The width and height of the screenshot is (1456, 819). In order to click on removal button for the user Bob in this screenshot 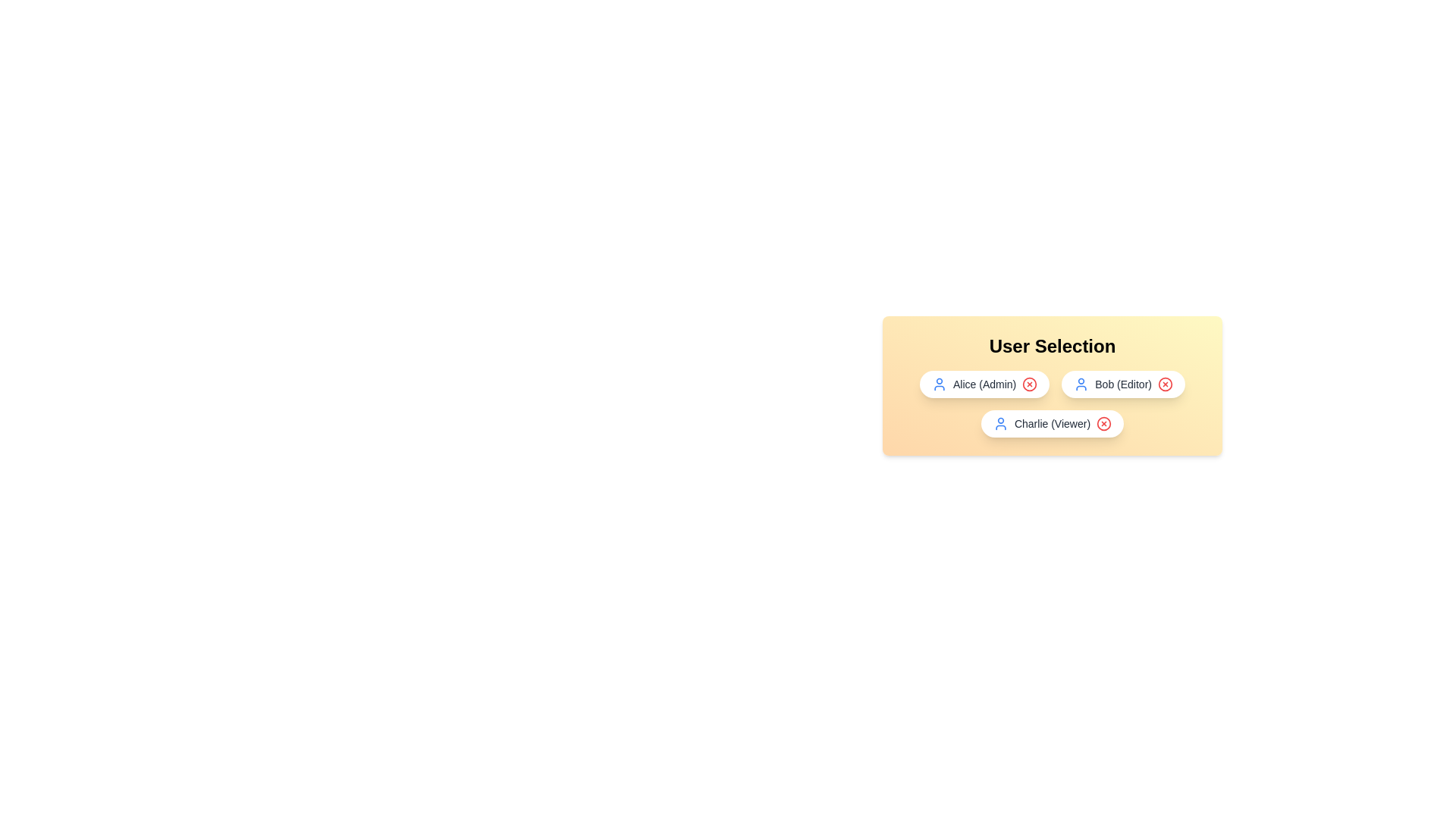, I will do `click(1164, 383)`.